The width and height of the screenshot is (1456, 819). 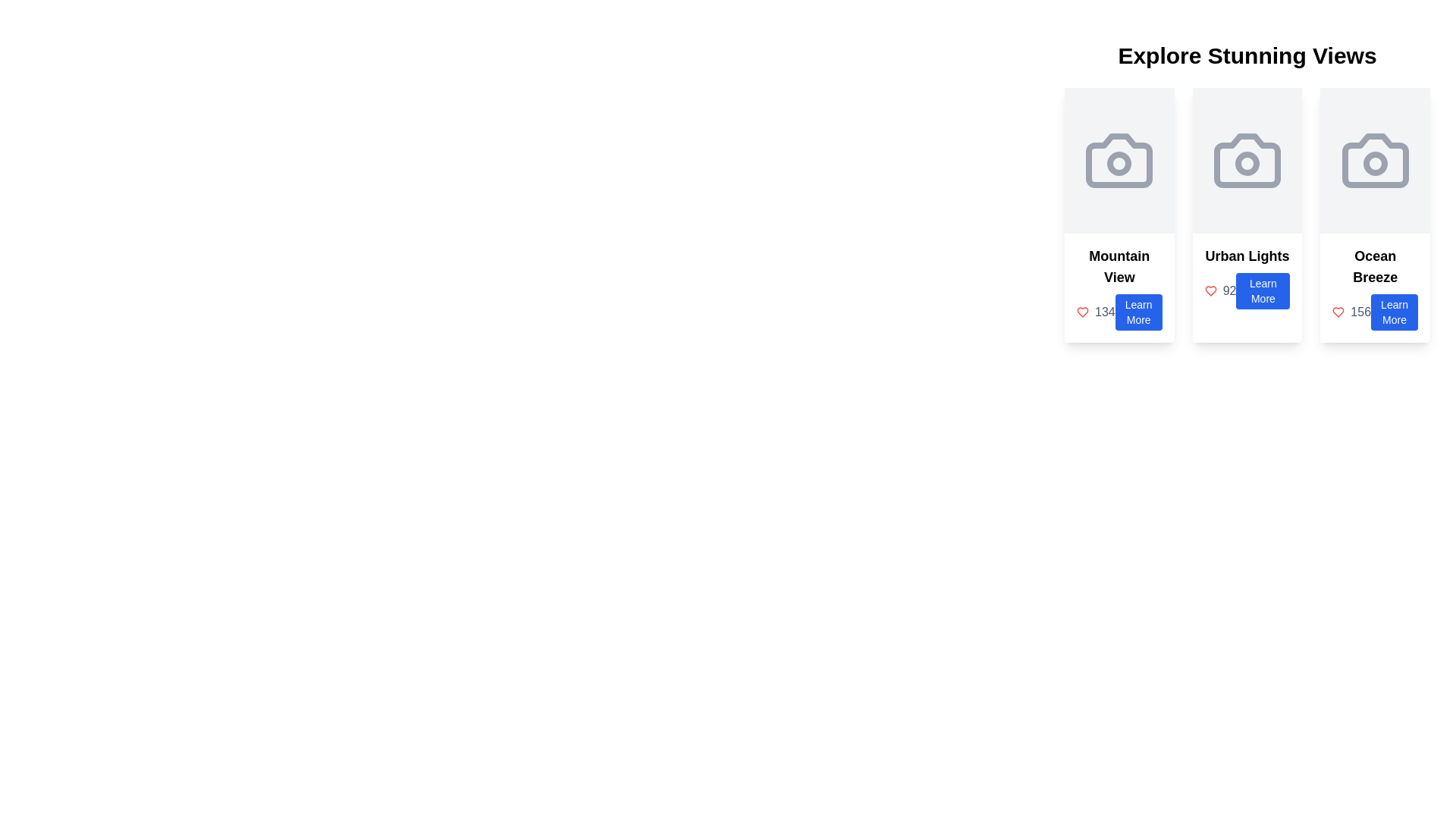 I want to click on the SVG Icon (Heart) that is red in color, representing a liked state, located to the left of the numeric text '156' within the 'Ocean Breeze' card, so click(x=1338, y=312).